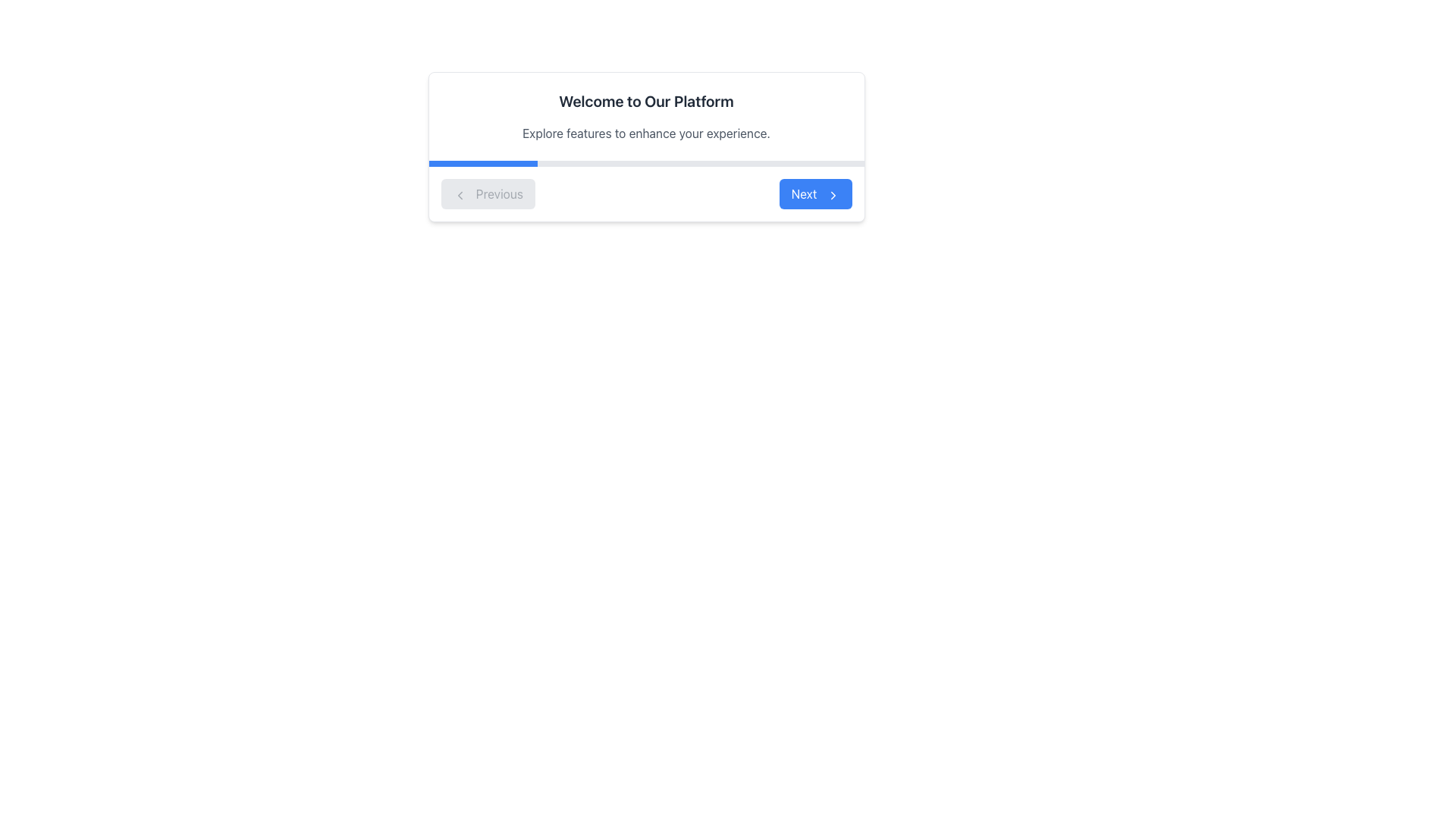  I want to click on the left-pointing chevron icon located within the navigation controls at the bottom of the modal, positioned to the left of the 'Previous' button, so click(459, 194).